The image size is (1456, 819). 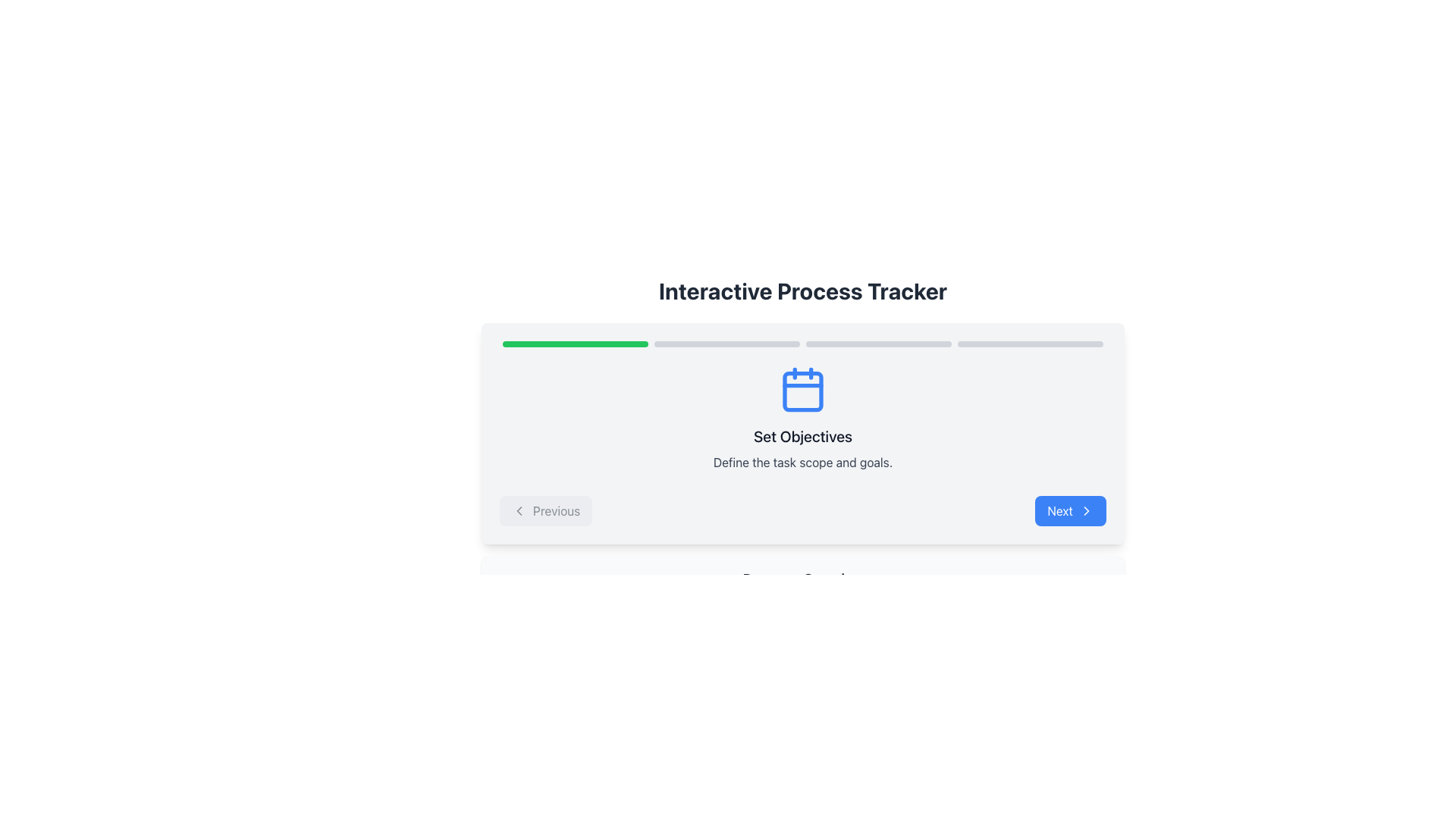 I want to click on the 'Set Objectives' text label, which is displayed in large, bold, dark typography, centrally aligned below the progress bar and above the descriptive text, so click(x=802, y=436).